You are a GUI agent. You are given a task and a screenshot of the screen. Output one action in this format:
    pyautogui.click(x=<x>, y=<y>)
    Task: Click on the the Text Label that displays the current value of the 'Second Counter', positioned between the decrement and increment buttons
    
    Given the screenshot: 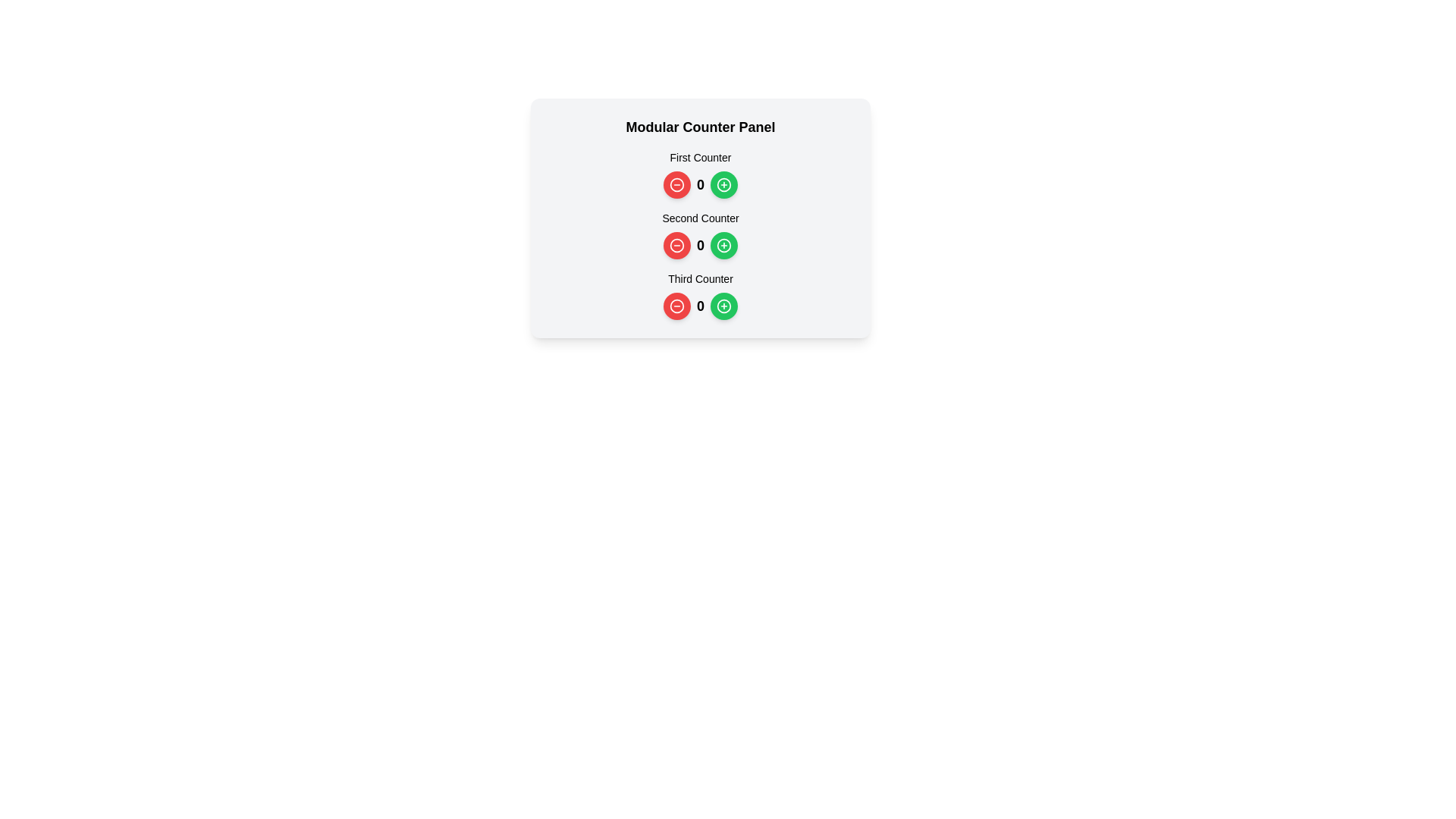 What is the action you would take?
    pyautogui.click(x=700, y=245)
    